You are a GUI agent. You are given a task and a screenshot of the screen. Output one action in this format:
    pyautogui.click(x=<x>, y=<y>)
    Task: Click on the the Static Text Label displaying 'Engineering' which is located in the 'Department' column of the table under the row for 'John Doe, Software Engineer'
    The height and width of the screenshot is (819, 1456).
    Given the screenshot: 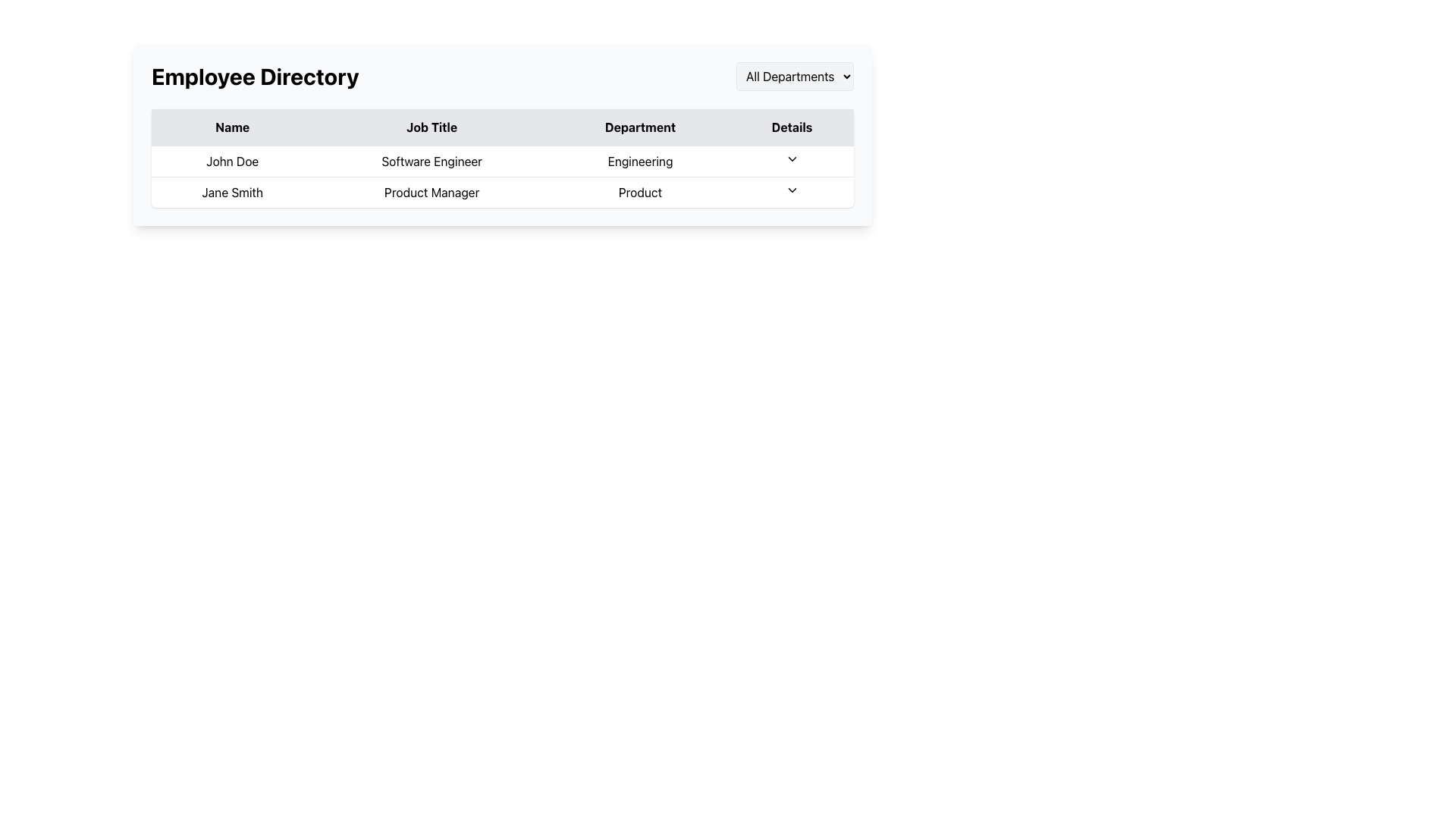 What is the action you would take?
    pyautogui.click(x=640, y=161)
    